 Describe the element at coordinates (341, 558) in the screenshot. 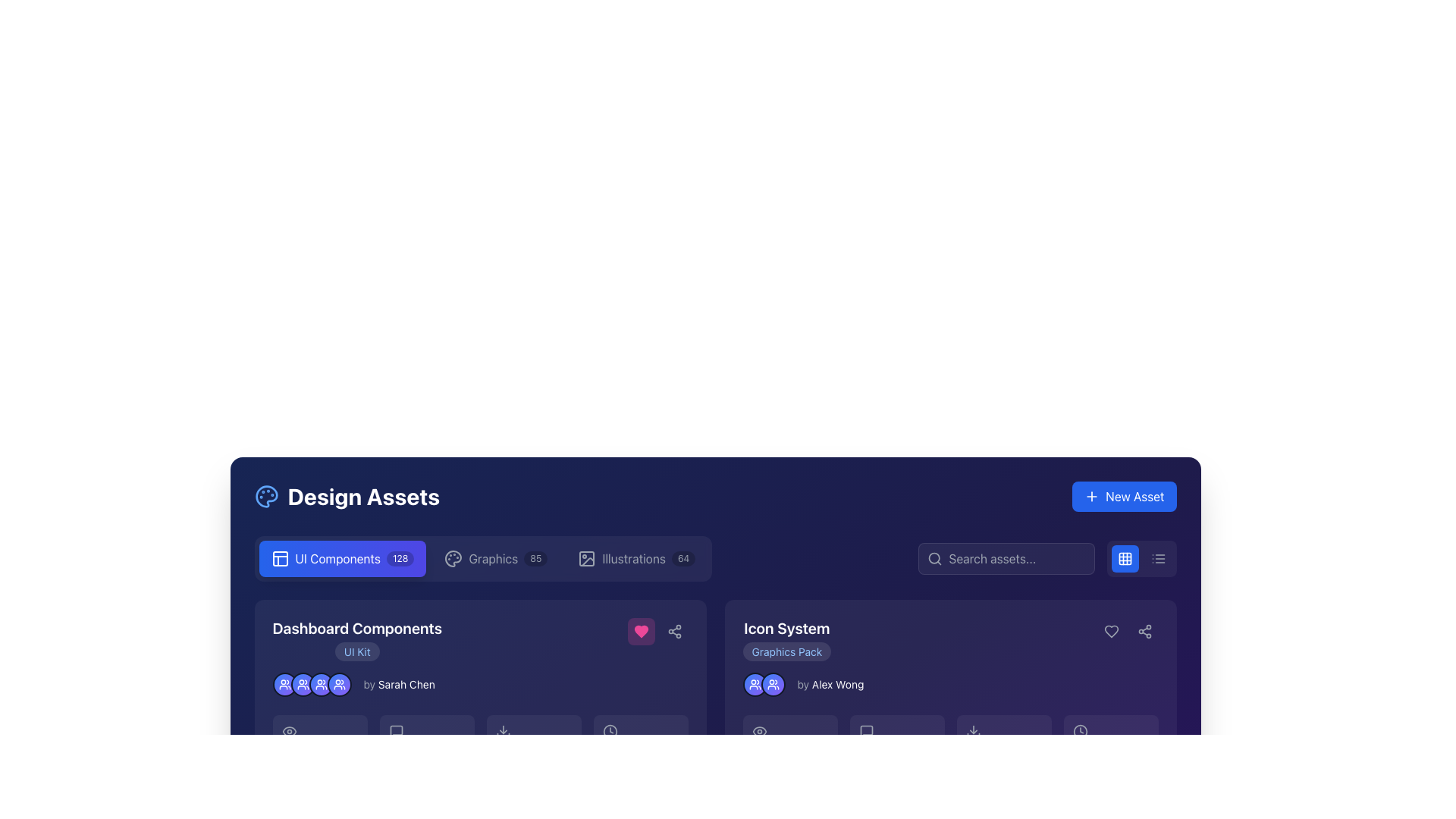

I see `the first button in the horizontal row beneath the heading 'Design Assets'` at that location.